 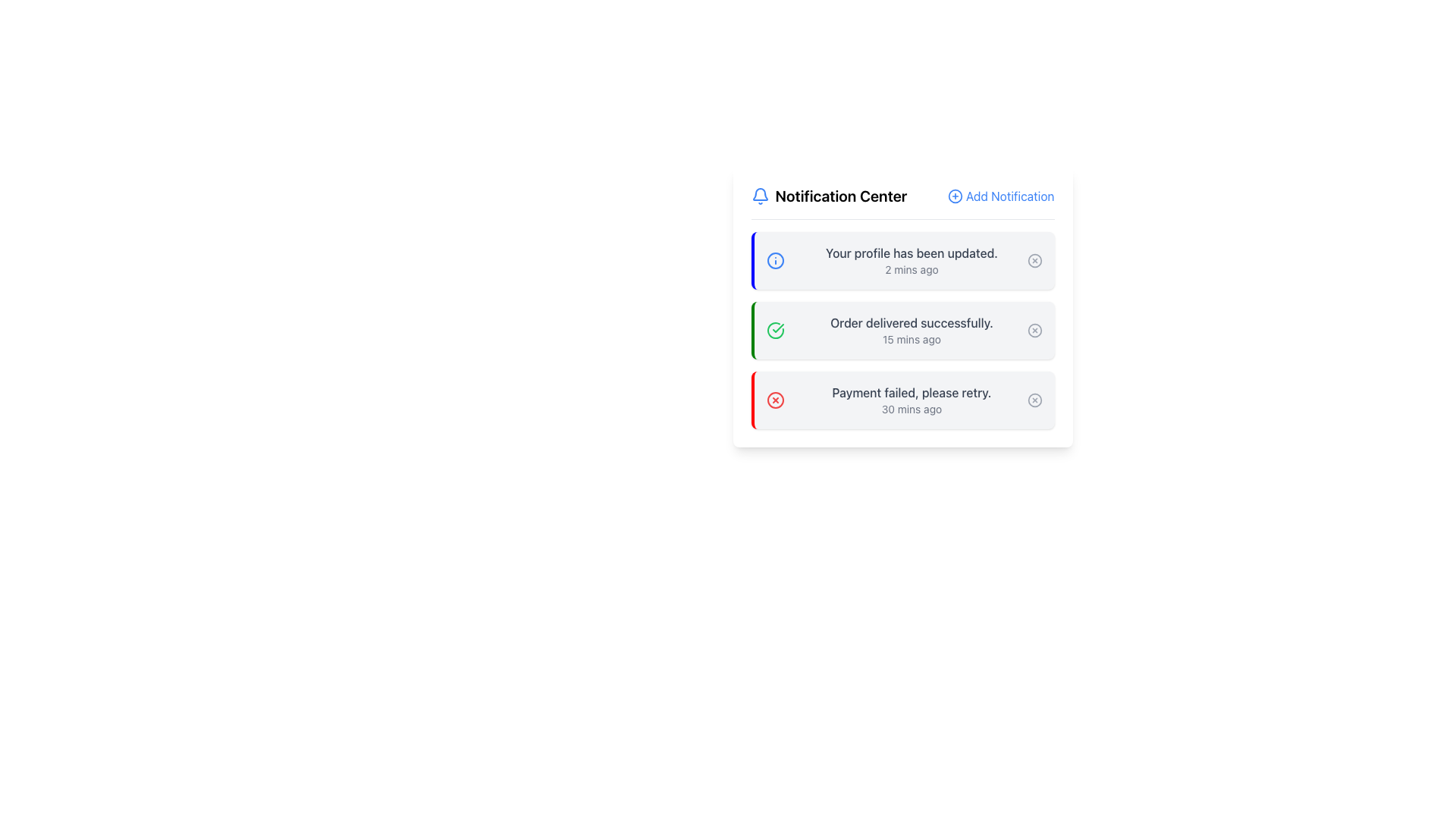 I want to click on the circular green icon with a check mark that signifies completion, located on the left side of the 'Order delivered successfully.' notification entry, so click(x=775, y=329).